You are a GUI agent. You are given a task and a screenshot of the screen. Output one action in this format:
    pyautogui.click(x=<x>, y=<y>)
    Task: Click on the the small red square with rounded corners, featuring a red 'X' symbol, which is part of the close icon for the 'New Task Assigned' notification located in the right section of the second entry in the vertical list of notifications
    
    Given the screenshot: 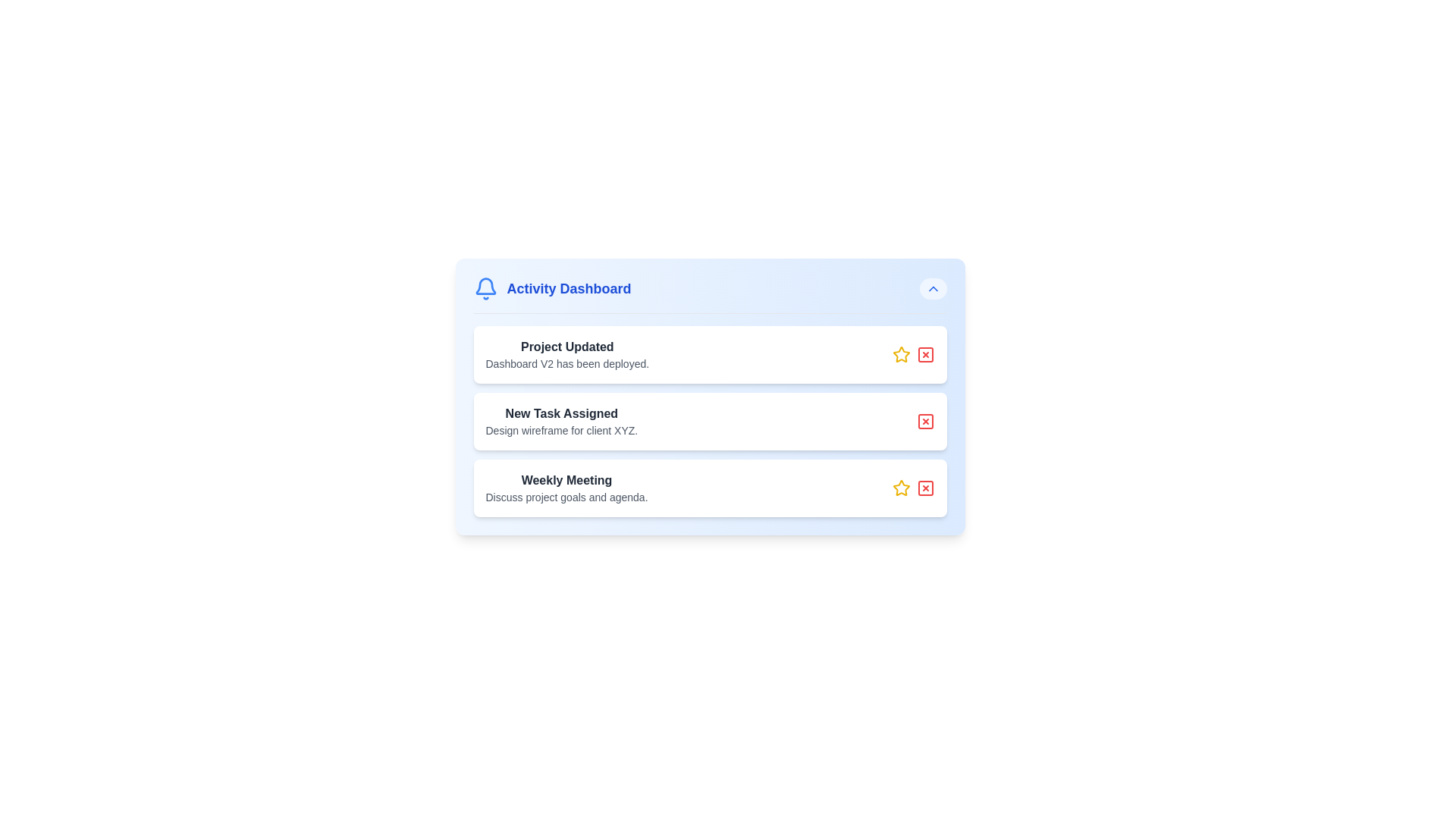 What is the action you would take?
    pyautogui.click(x=924, y=421)
    